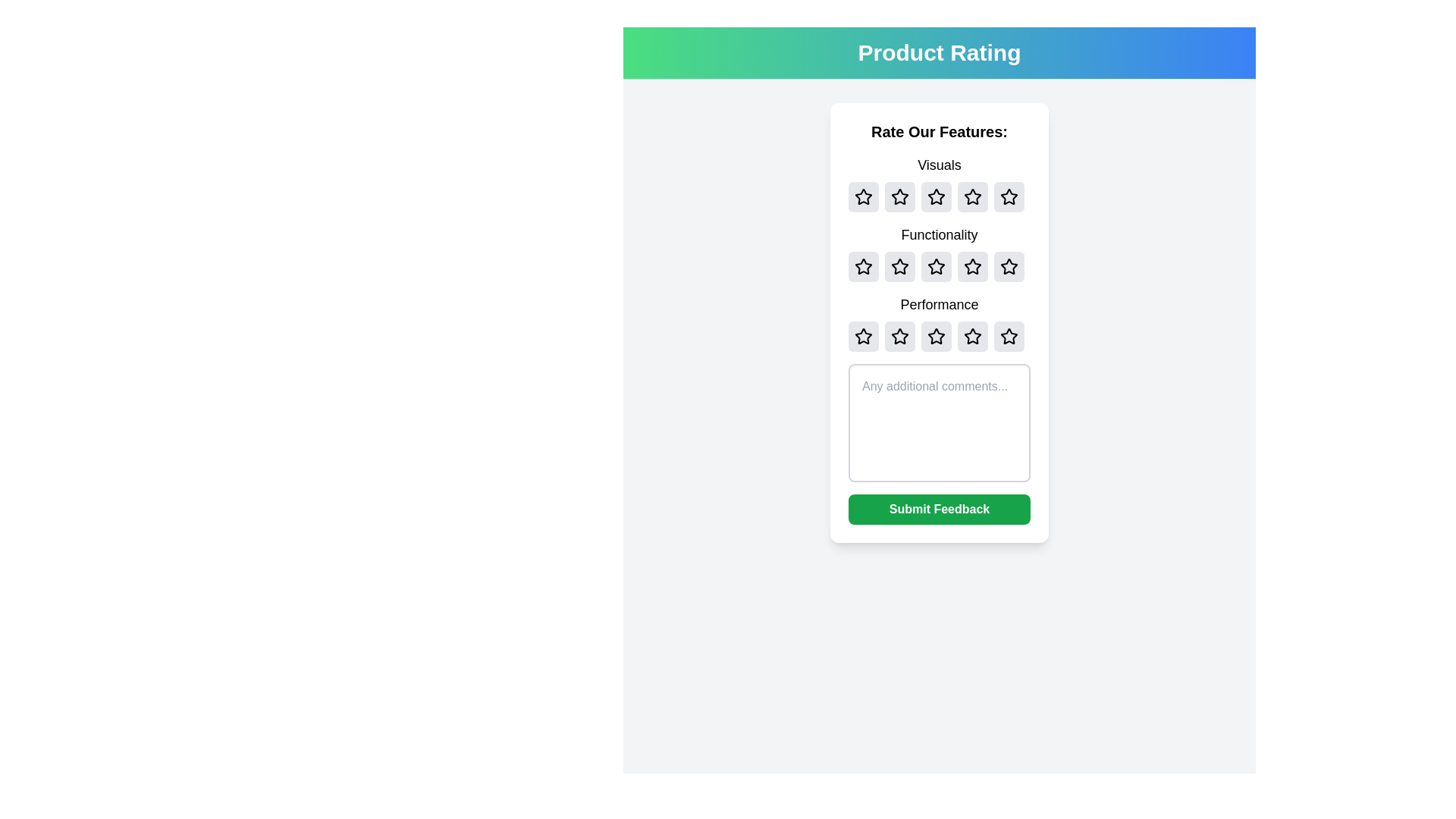  I want to click on the third star from the left in the second row of the star rating system under the 'Functionality' category, so click(972, 265).